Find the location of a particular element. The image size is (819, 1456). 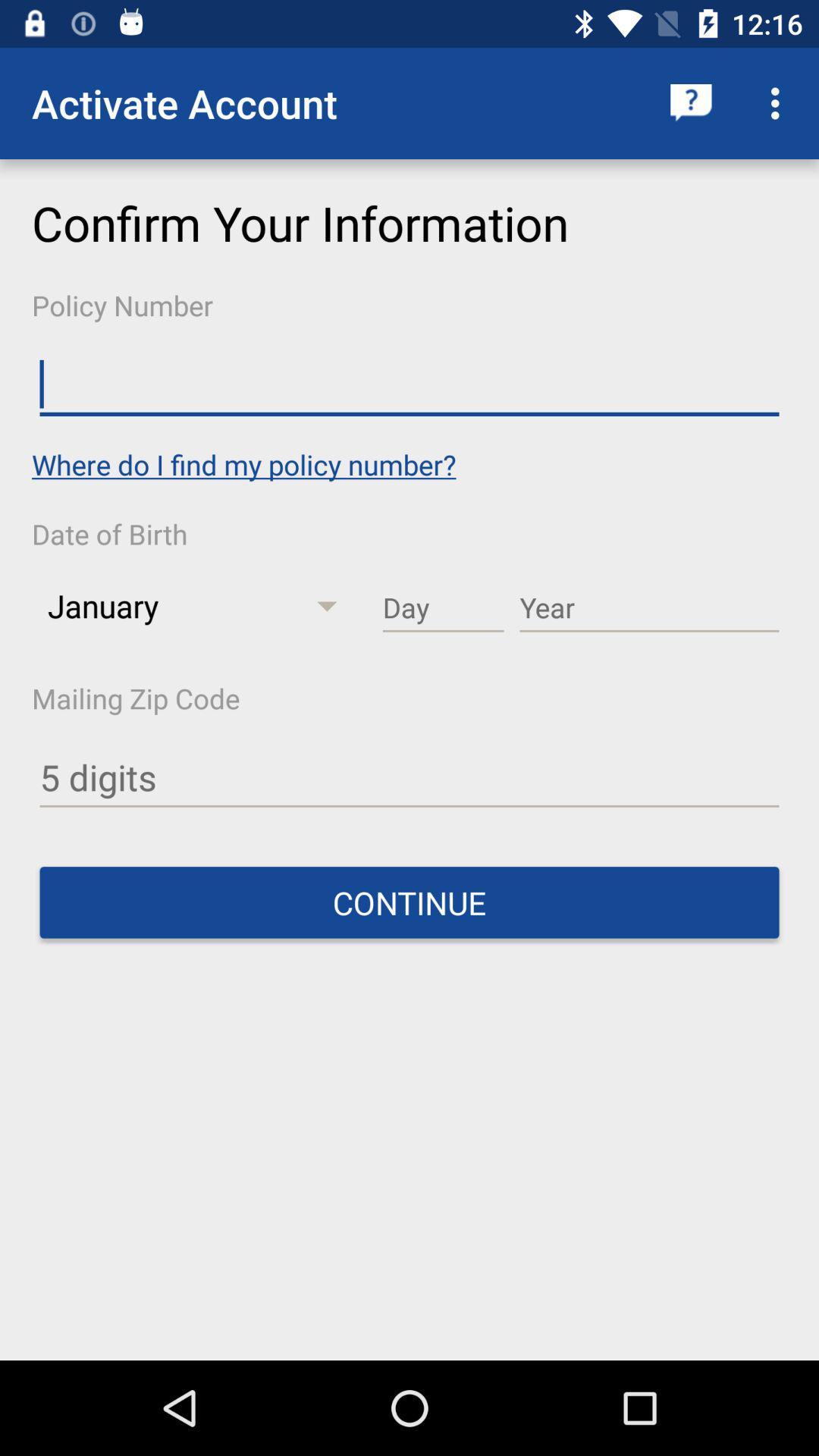

policy number field is located at coordinates (409, 384).